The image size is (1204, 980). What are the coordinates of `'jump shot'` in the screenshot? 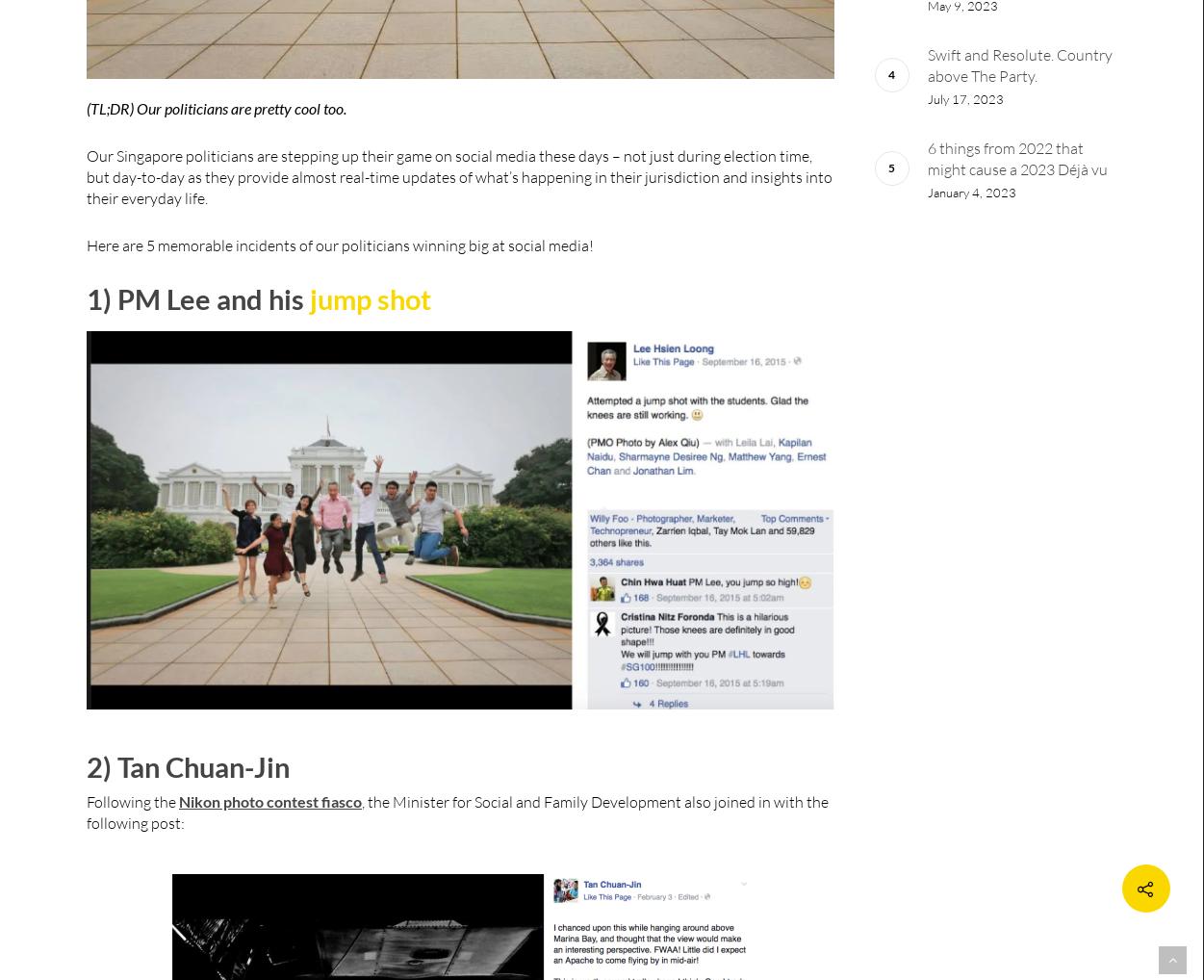 It's located at (370, 297).